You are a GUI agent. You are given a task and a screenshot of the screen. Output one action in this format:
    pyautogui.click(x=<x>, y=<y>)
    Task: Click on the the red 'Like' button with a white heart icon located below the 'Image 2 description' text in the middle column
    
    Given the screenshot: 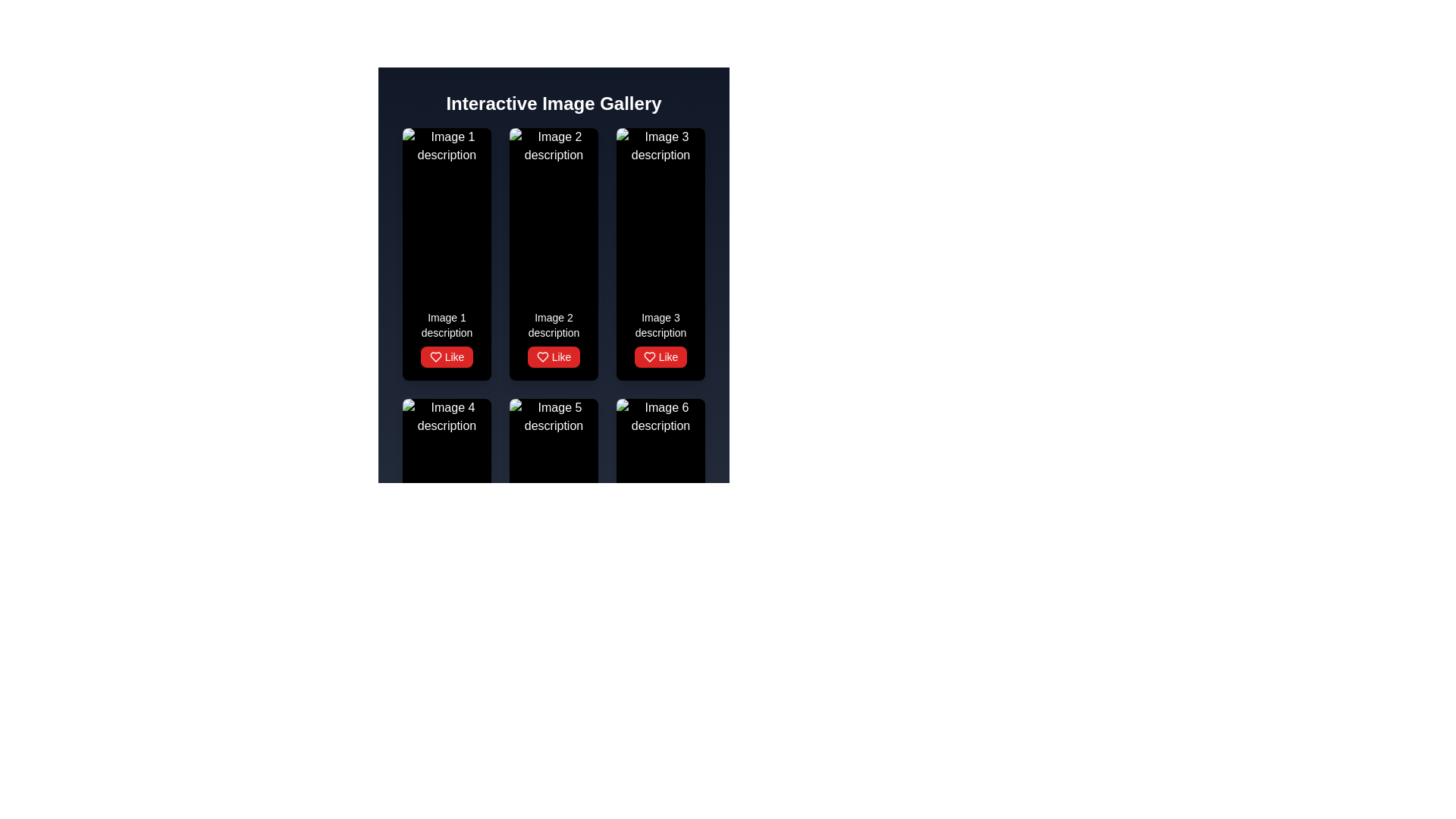 What is the action you would take?
    pyautogui.click(x=553, y=356)
    